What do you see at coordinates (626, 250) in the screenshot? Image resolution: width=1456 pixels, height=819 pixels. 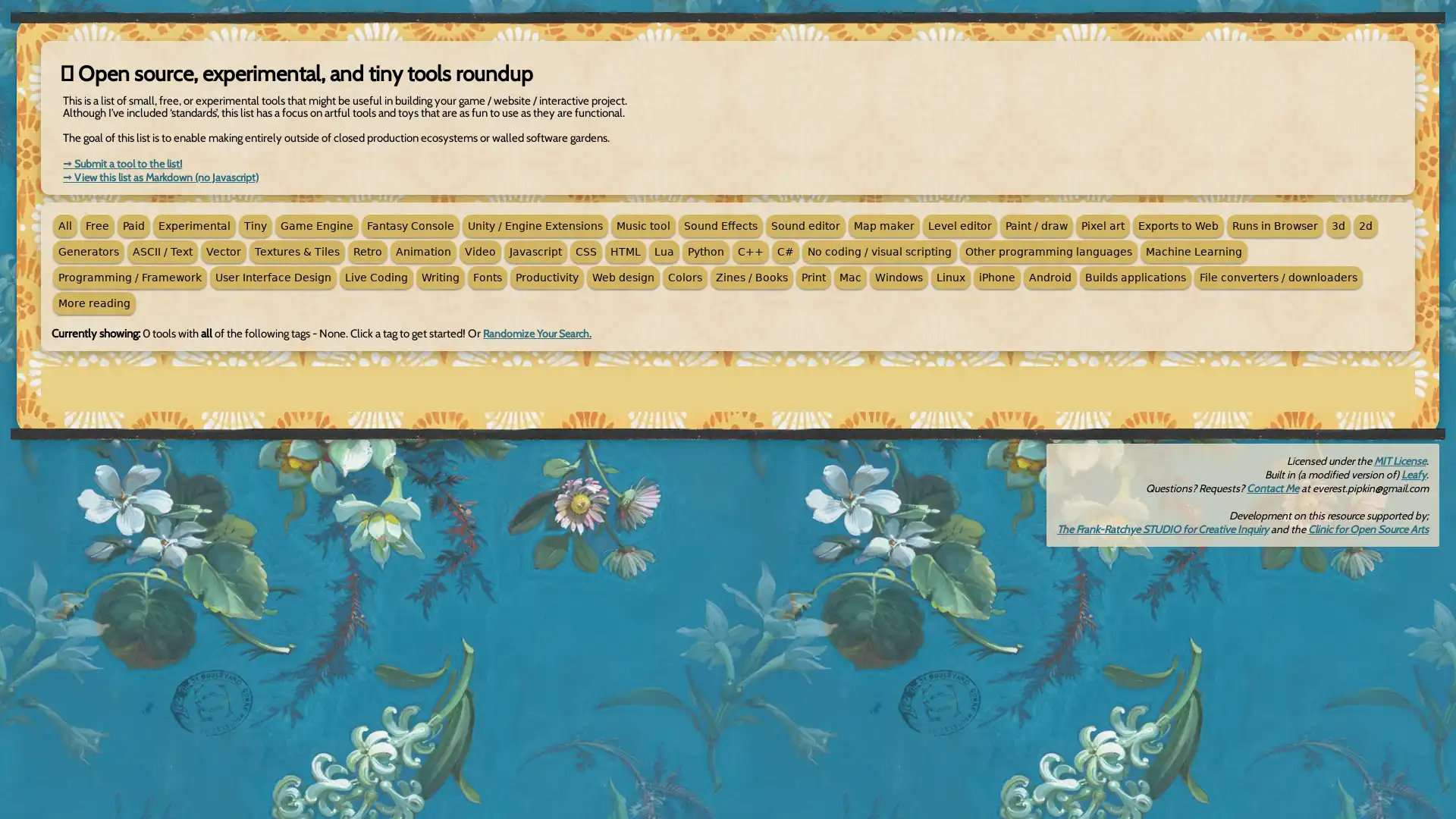 I see `HTML` at bounding box center [626, 250].